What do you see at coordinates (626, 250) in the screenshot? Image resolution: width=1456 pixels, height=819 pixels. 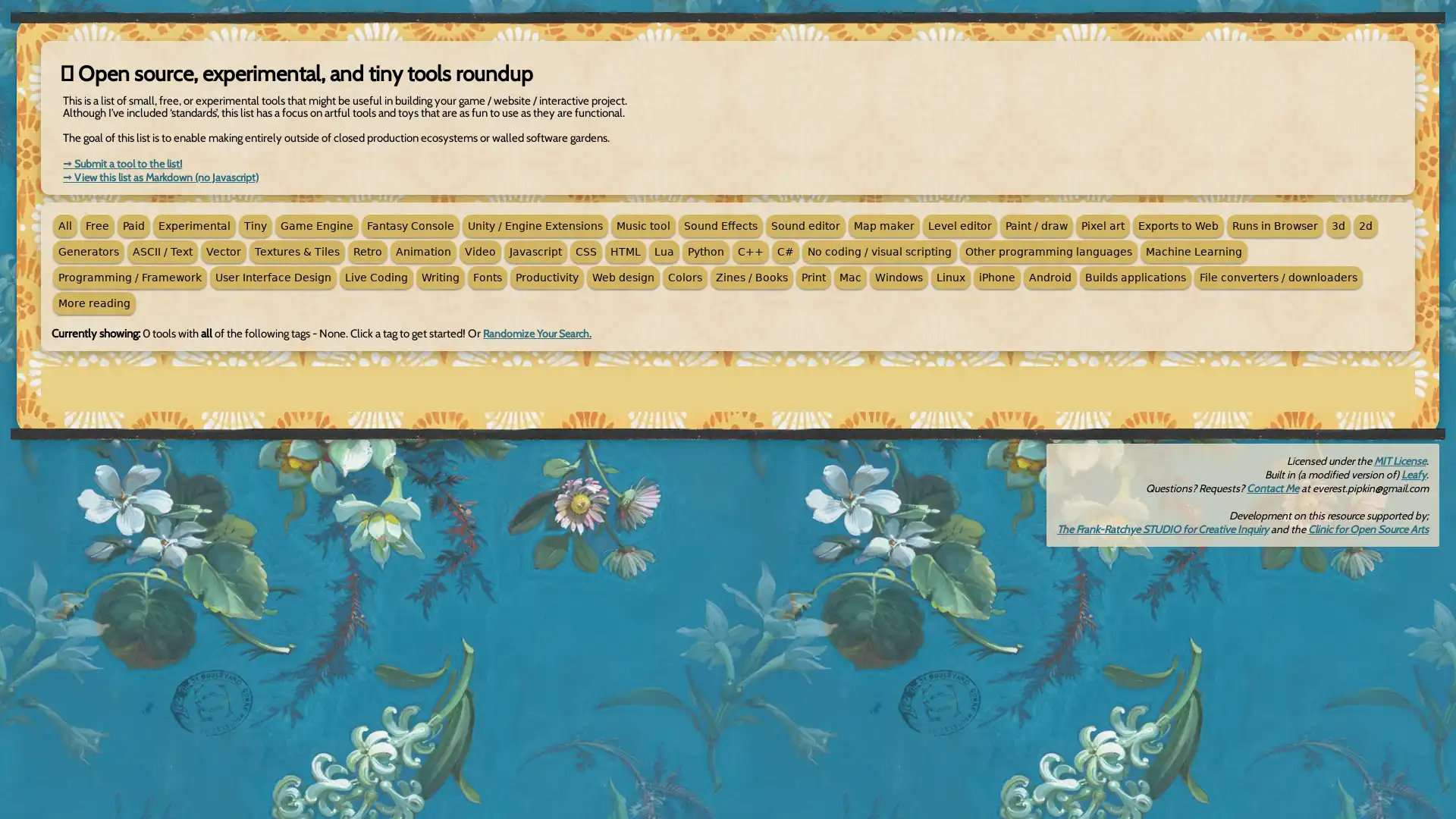 I see `HTML` at bounding box center [626, 250].